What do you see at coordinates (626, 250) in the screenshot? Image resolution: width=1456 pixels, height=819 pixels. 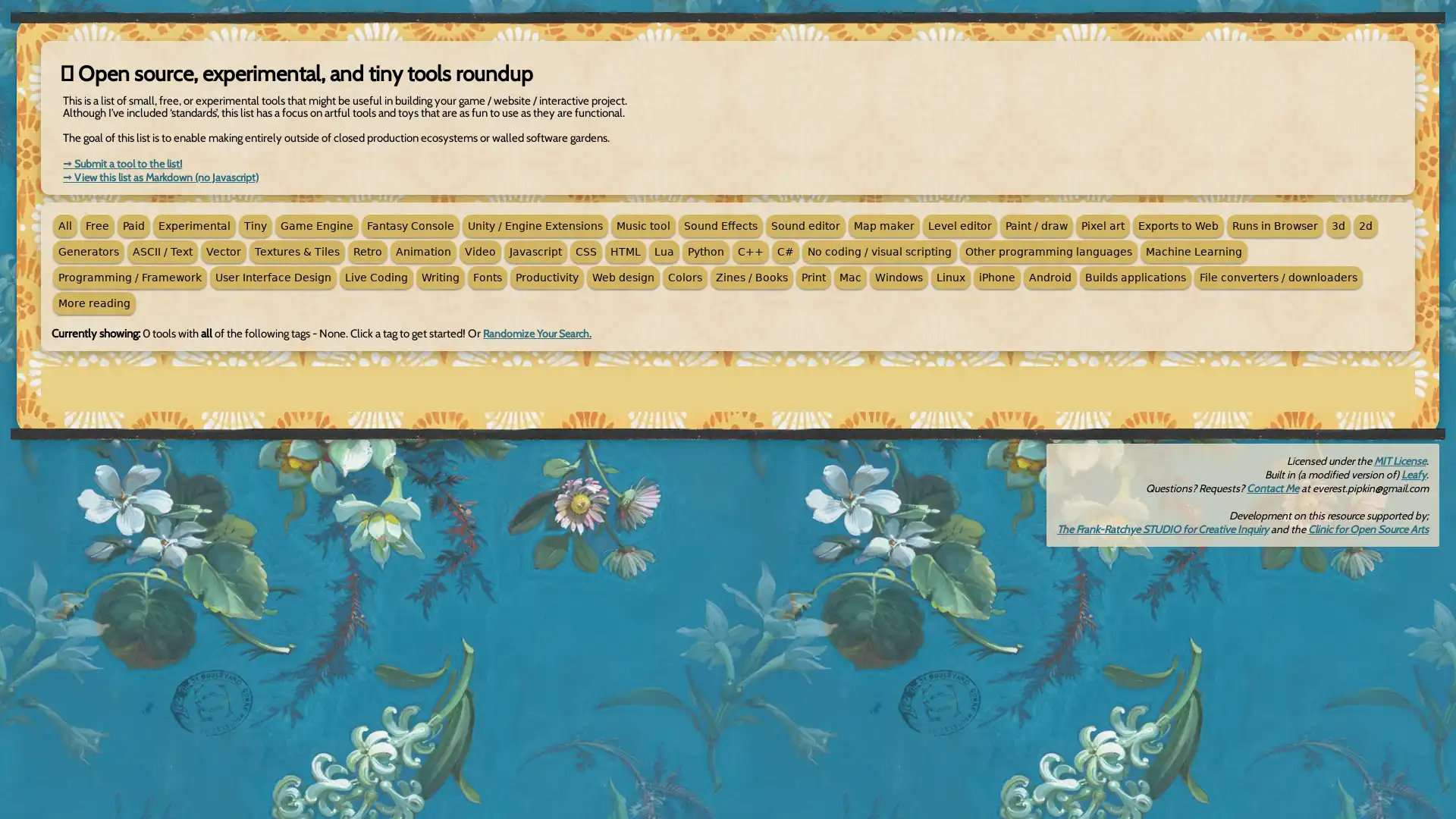 I see `HTML` at bounding box center [626, 250].